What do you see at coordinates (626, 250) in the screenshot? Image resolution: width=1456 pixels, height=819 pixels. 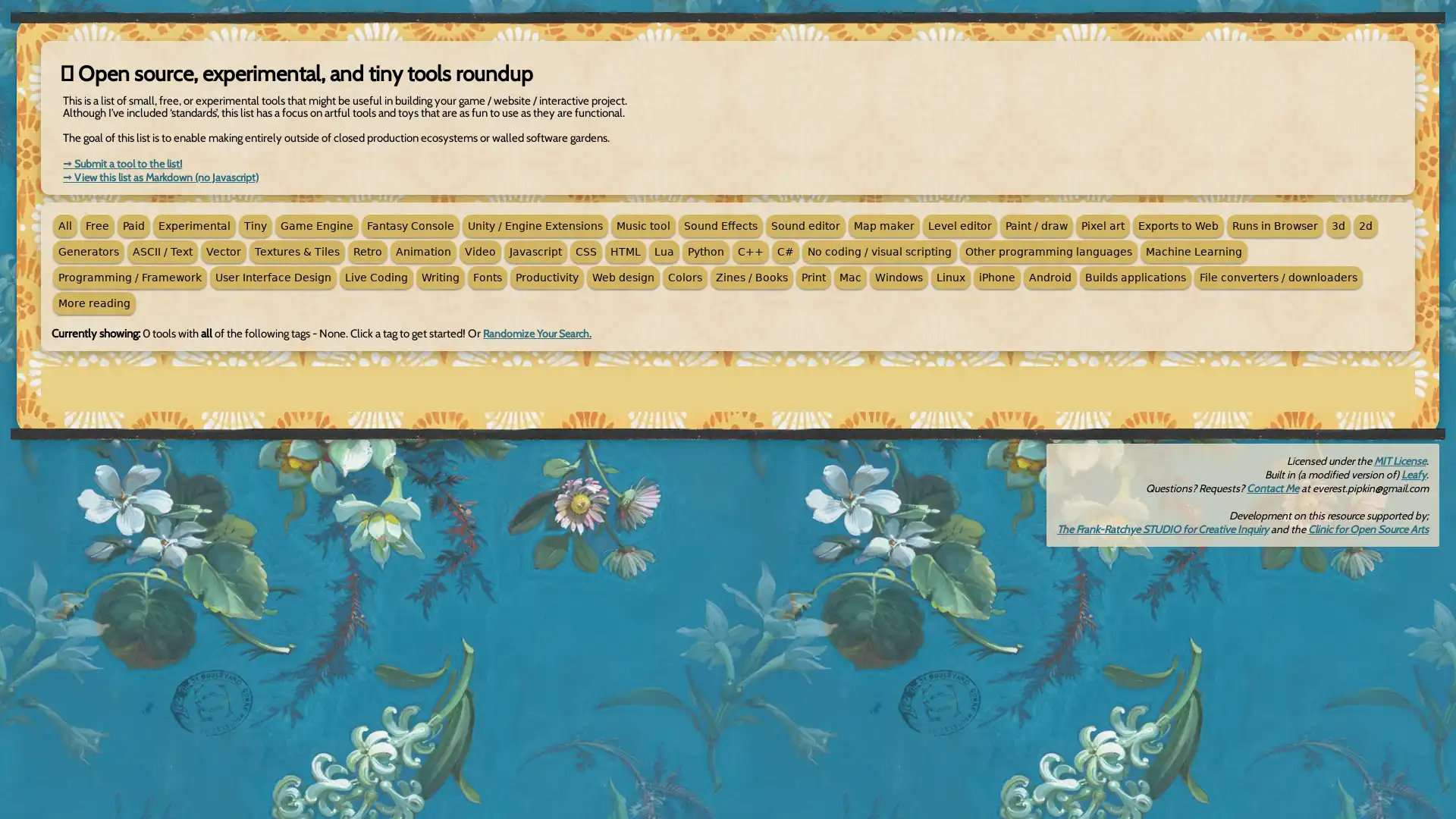 I see `HTML` at bounding box center [626, 250].